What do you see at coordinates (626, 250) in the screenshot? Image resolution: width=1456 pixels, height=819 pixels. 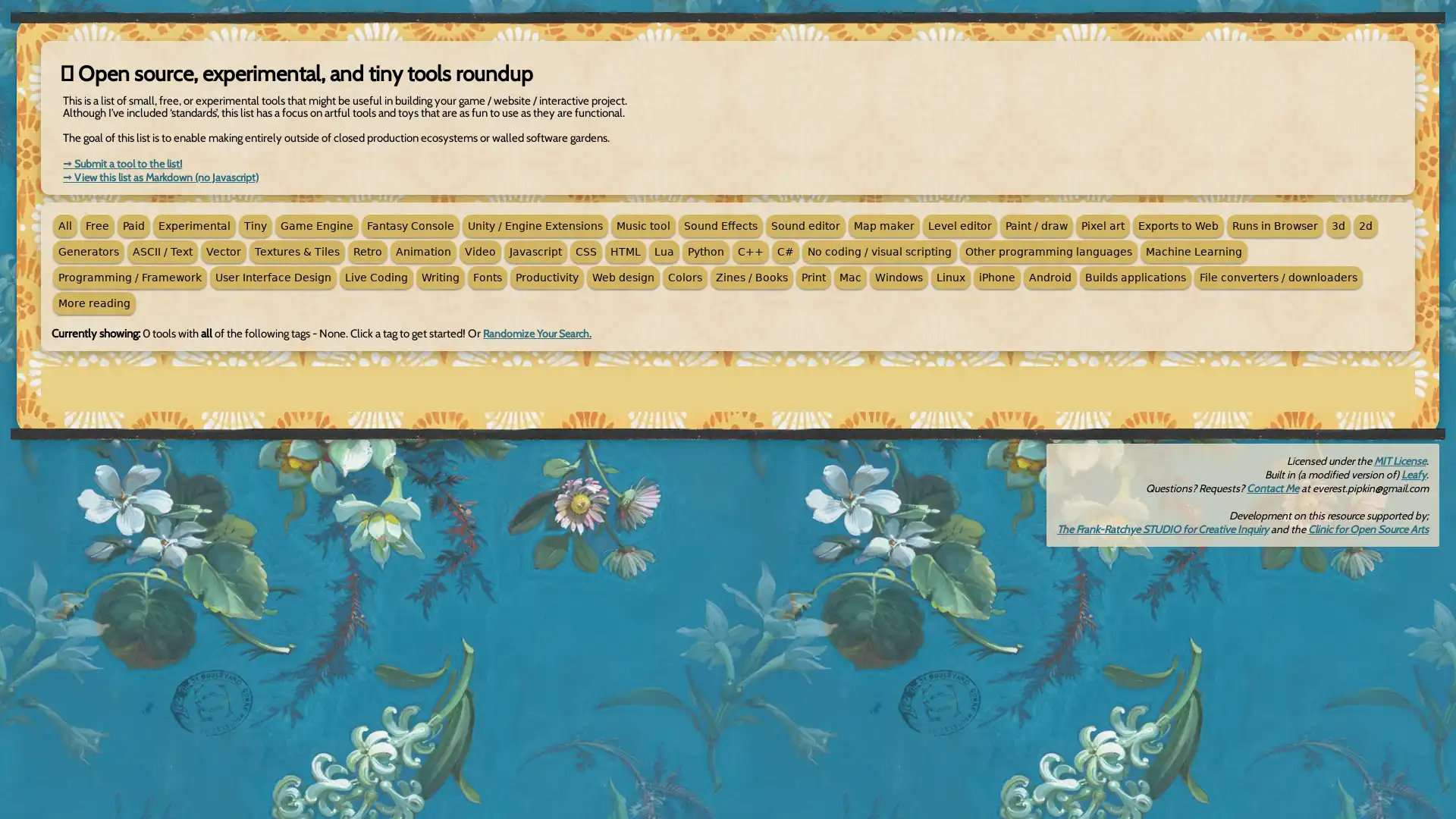 I see `HTML` at bounding box center [626, 250].